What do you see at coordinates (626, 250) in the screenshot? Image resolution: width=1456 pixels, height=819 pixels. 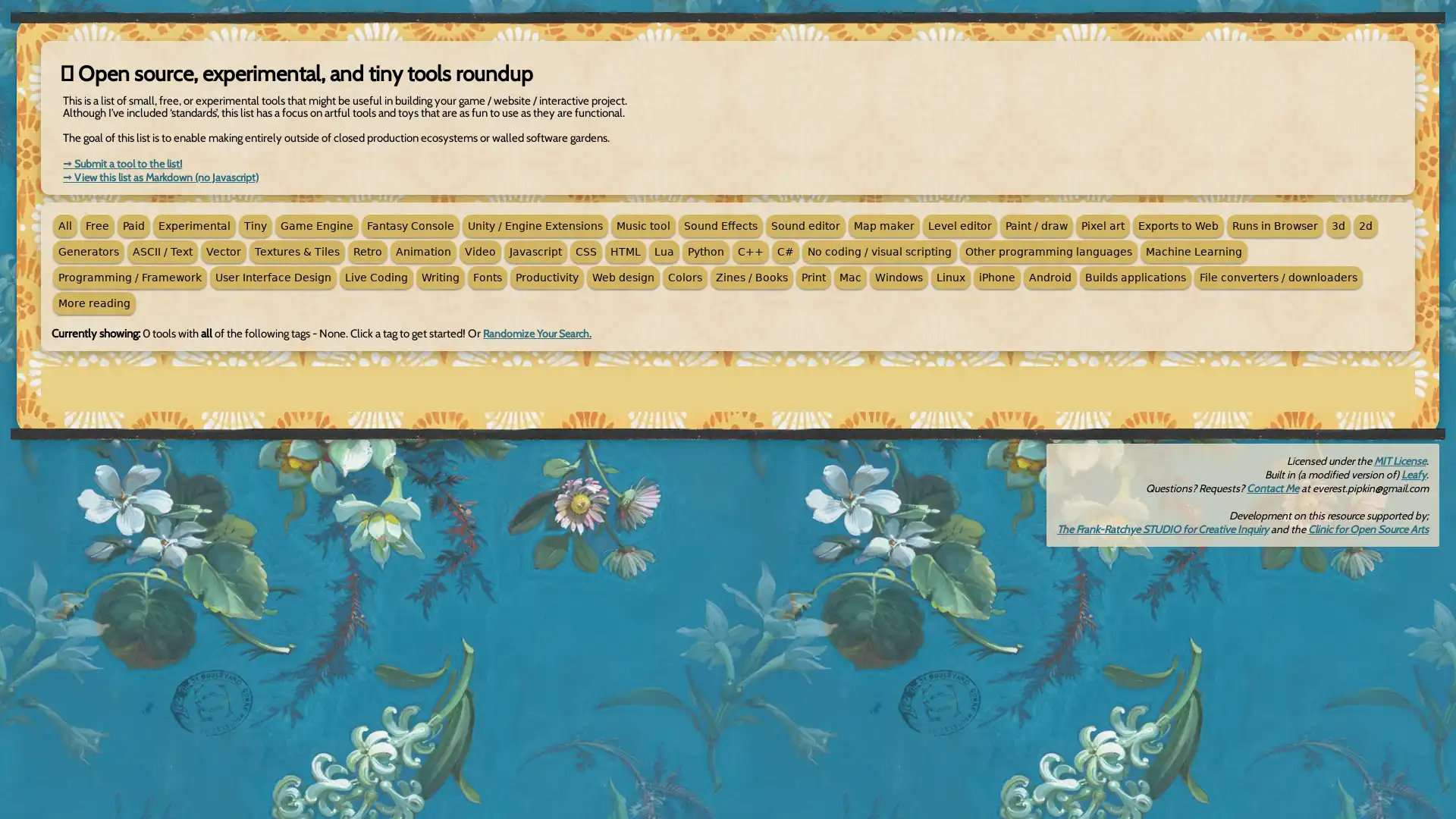 I see `HTML` at bounding box center [626, 250].